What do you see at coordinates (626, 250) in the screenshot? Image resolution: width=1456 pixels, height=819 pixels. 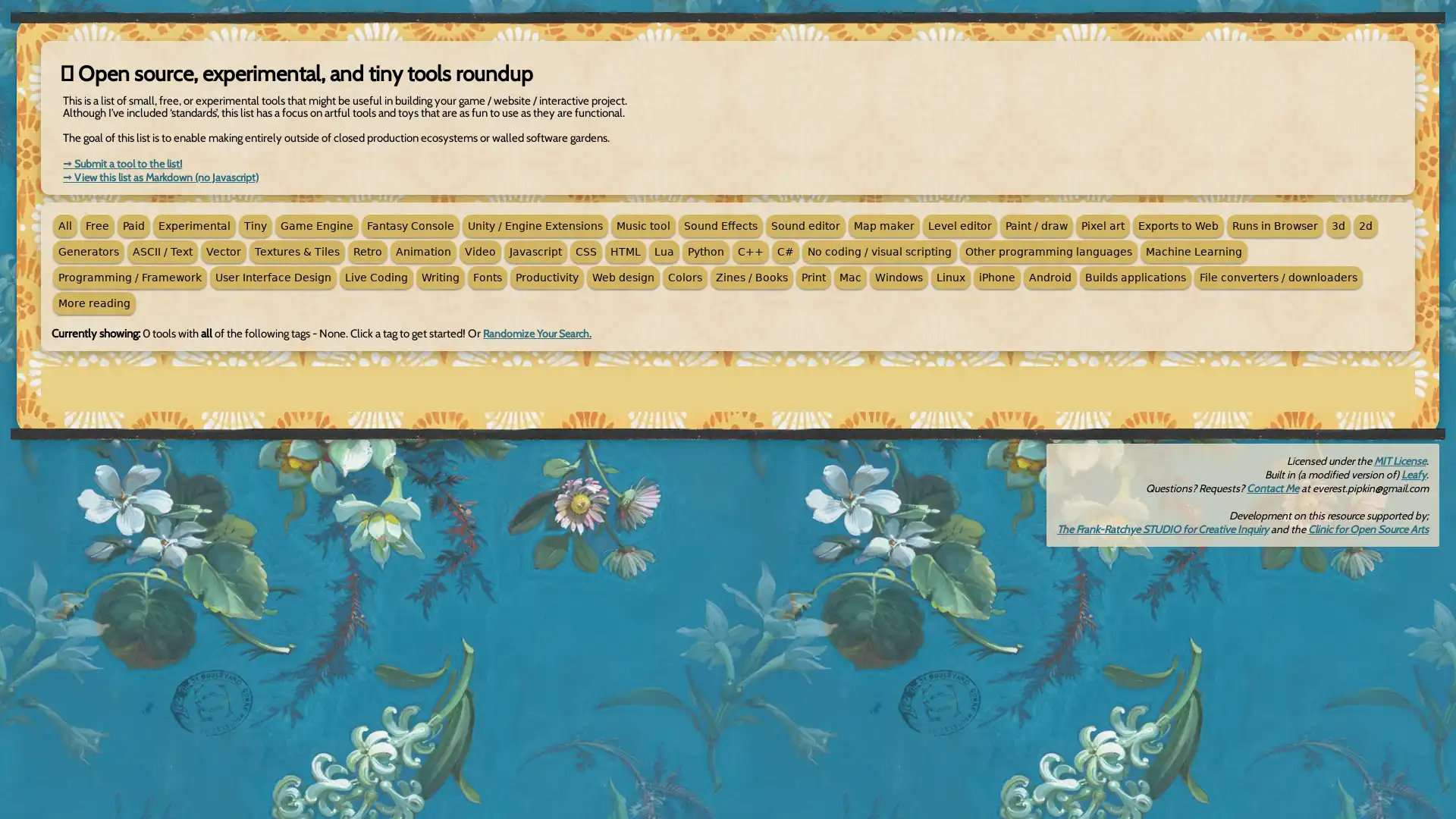 I see `HTML` at bounding box center [626, 250].